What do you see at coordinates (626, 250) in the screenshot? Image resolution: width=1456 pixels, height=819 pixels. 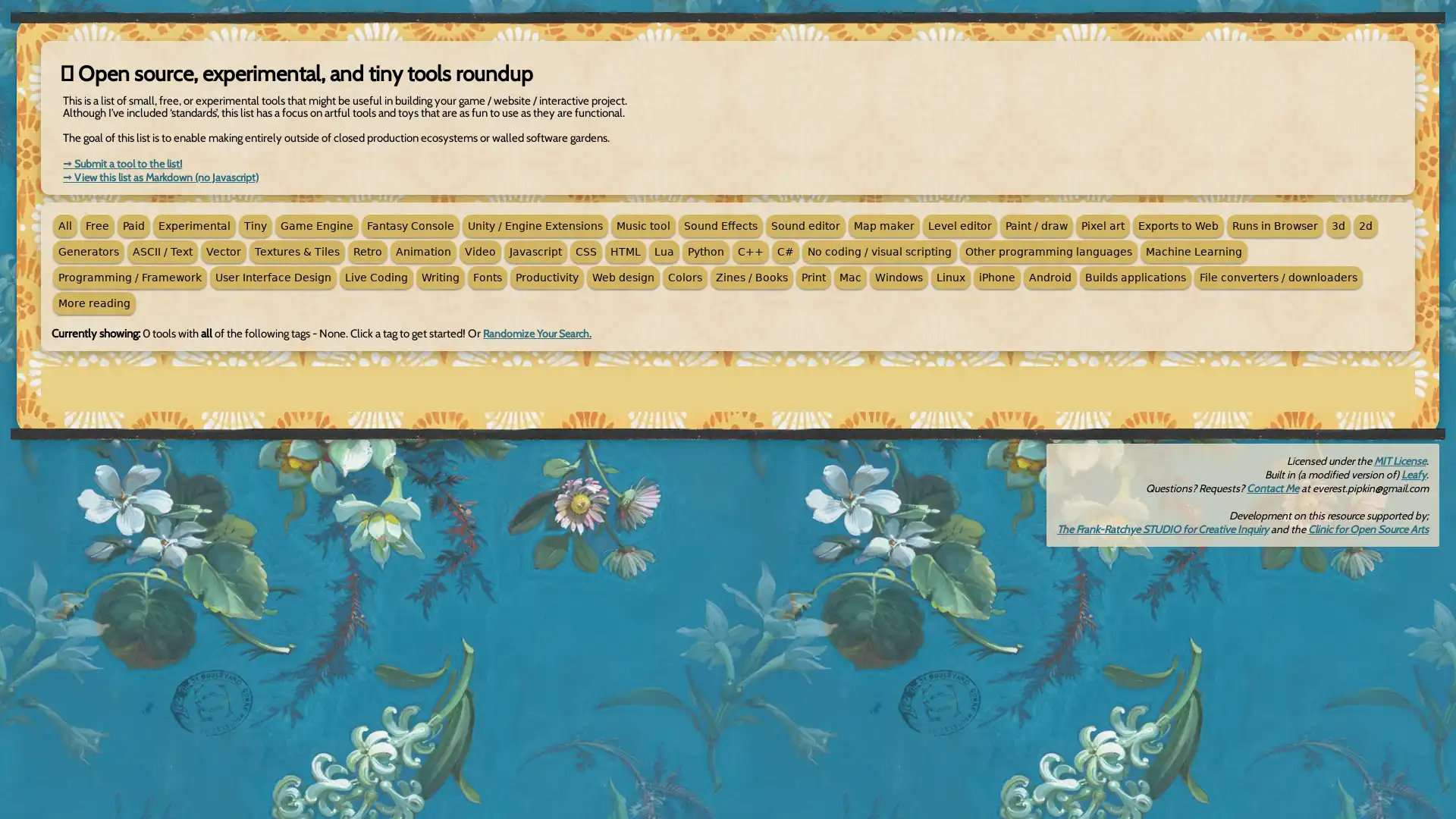 I see `HTML` at bounding box center [626, 250].